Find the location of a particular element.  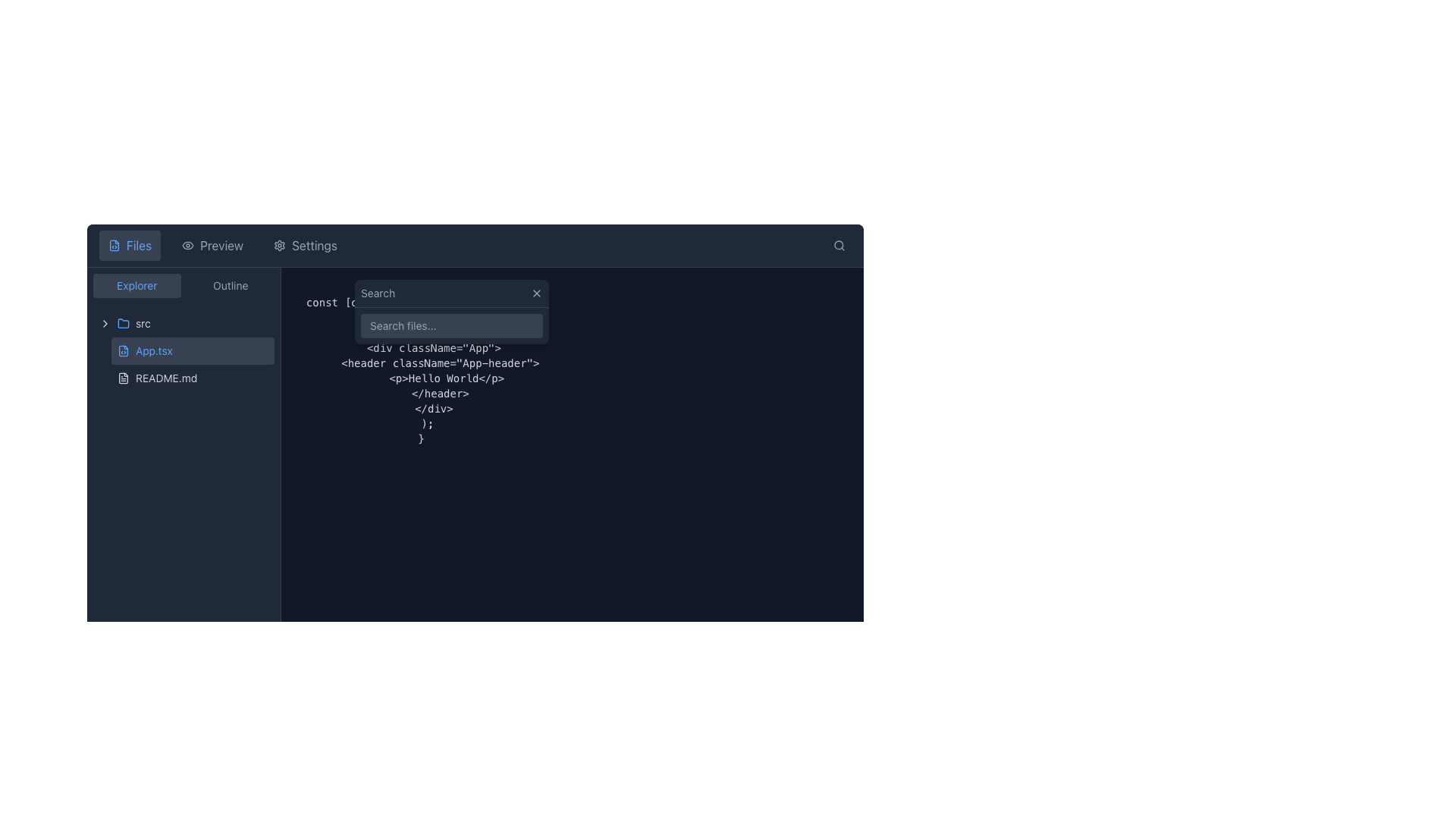

the magnifying glass icon located in the upper-right corner of the interface is located at coordinates (839, 245).